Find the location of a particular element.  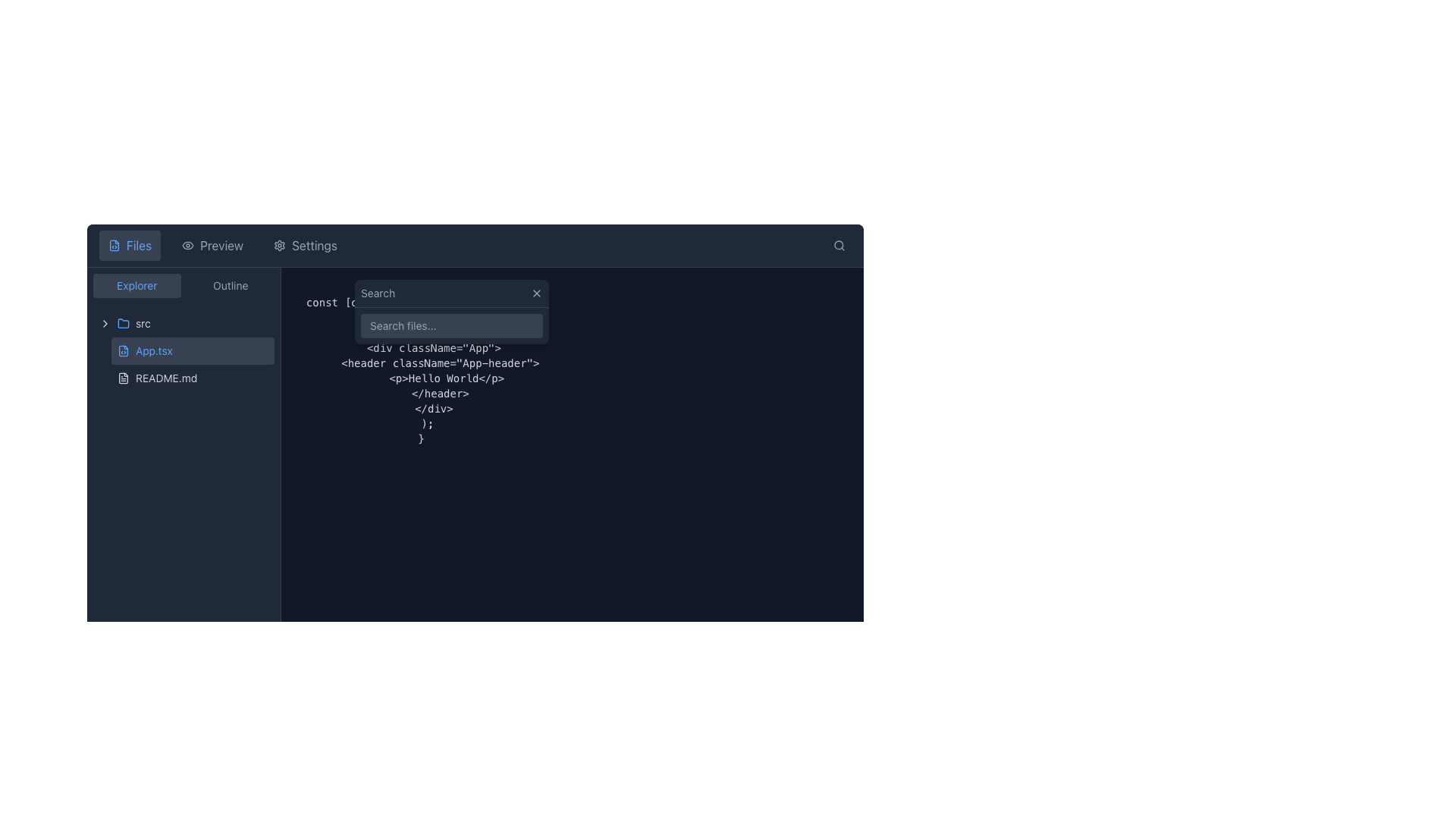

the magnifying glass icon located in the upper-right corner of the interface is located at coordinates (839, 245).